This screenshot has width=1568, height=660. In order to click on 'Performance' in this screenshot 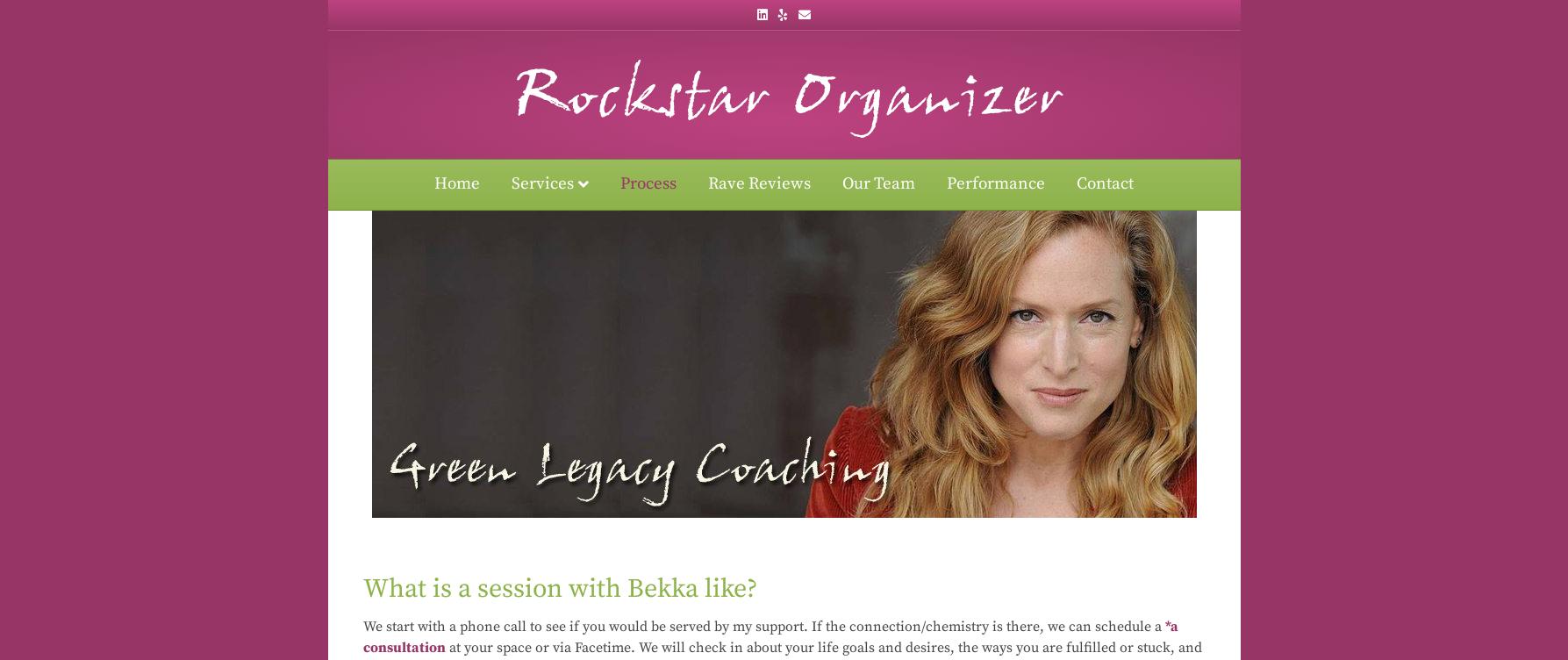, I will do `click(946, 183)`.